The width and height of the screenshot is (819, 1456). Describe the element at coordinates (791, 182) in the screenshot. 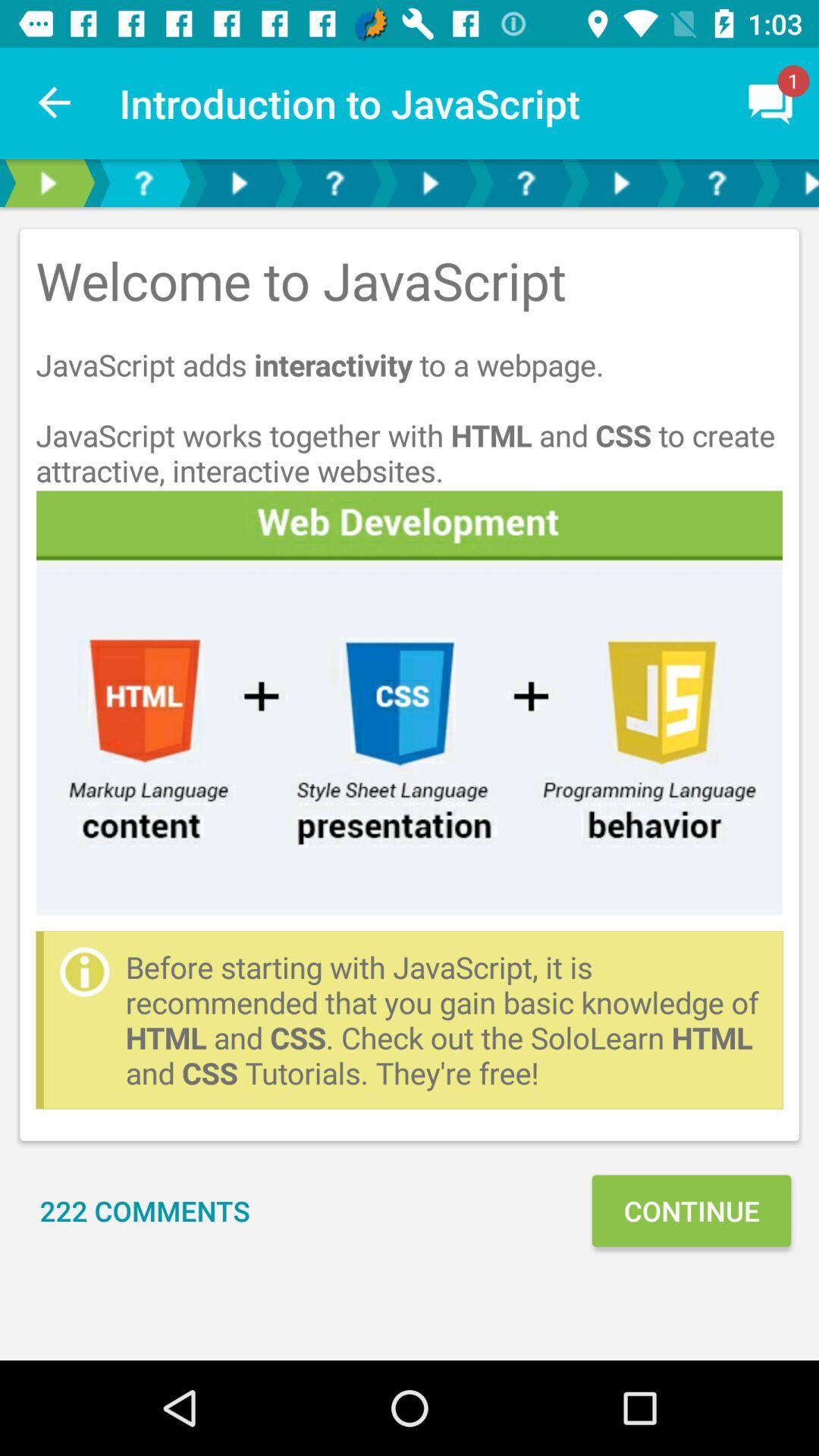

I see `next page` at that location.